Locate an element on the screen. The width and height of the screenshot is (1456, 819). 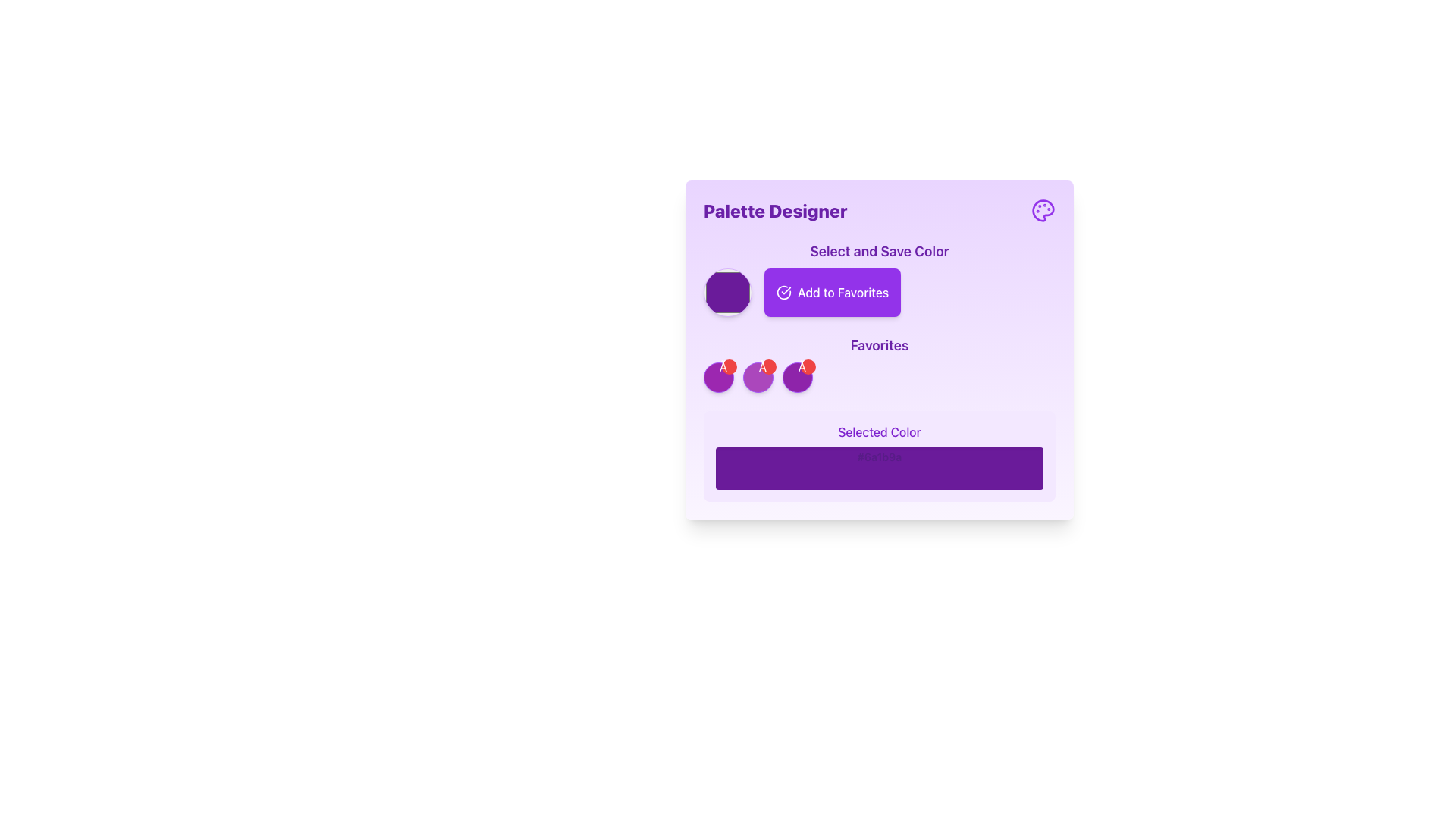
the purple 'Add to Favorites' button with rounded corners located in the 'Select and Save Color' section is located at coordinates (880, 315).